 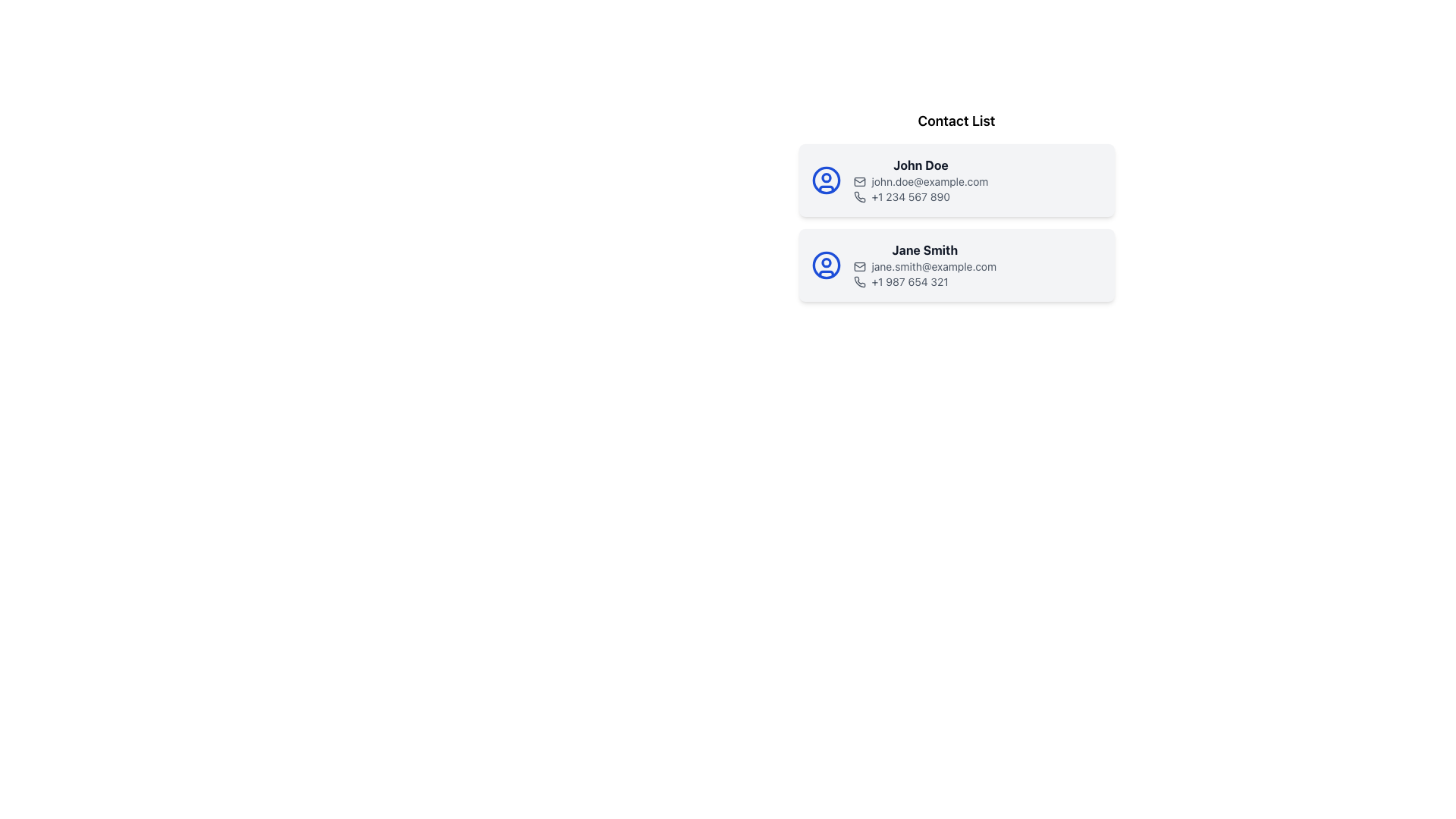 I want to click on the static text element displaying the phone number for 'John Doe', located at the bottom of the contact card, so click(x=920, y=196).